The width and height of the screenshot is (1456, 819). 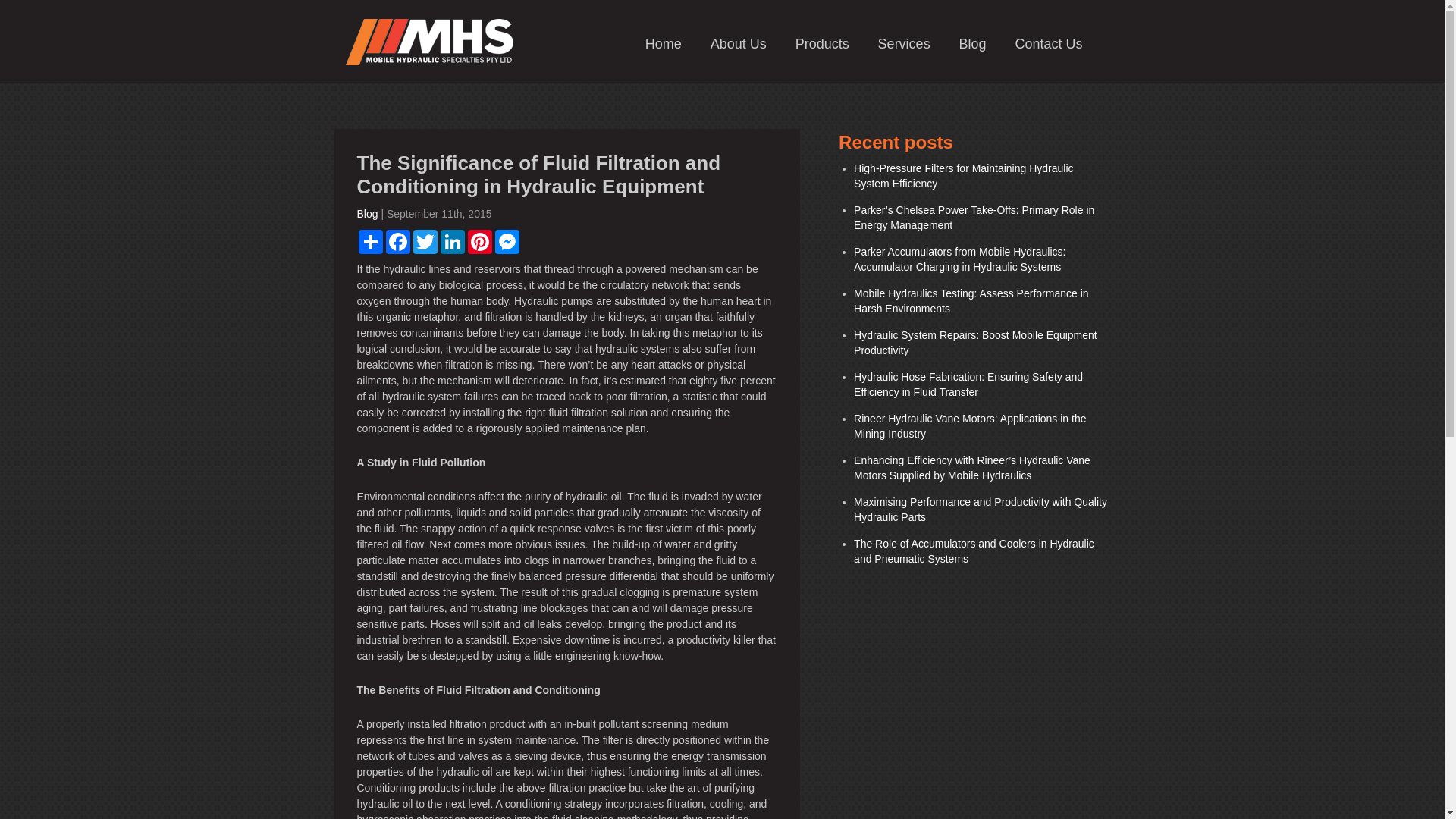 What do you see at coordinates (739, 42) in the screenshot?
I see `'About Us'` at bounding box center [739, 42].